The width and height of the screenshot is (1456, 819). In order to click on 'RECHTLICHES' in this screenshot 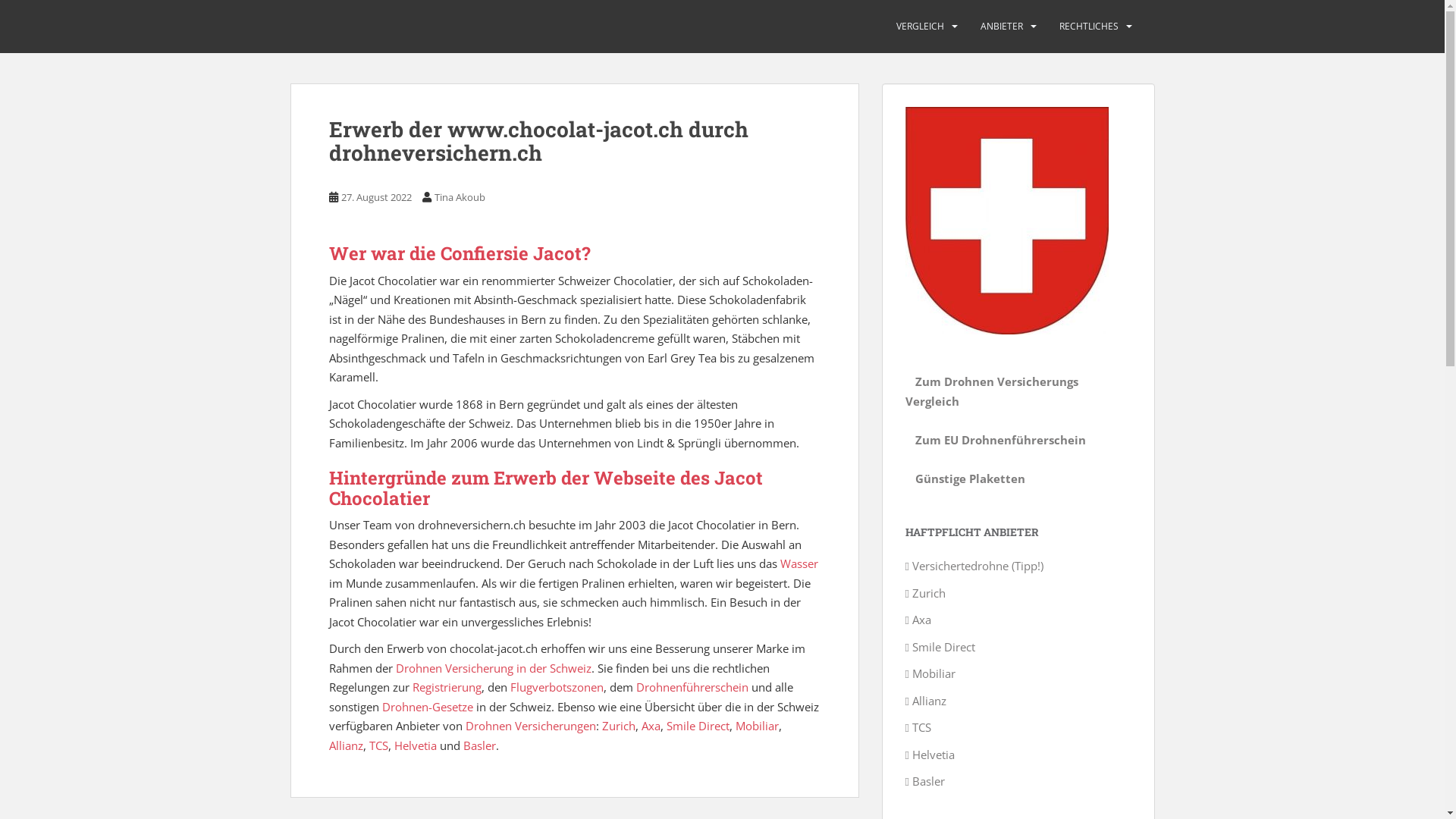, I will do `click(1087, 26)`.